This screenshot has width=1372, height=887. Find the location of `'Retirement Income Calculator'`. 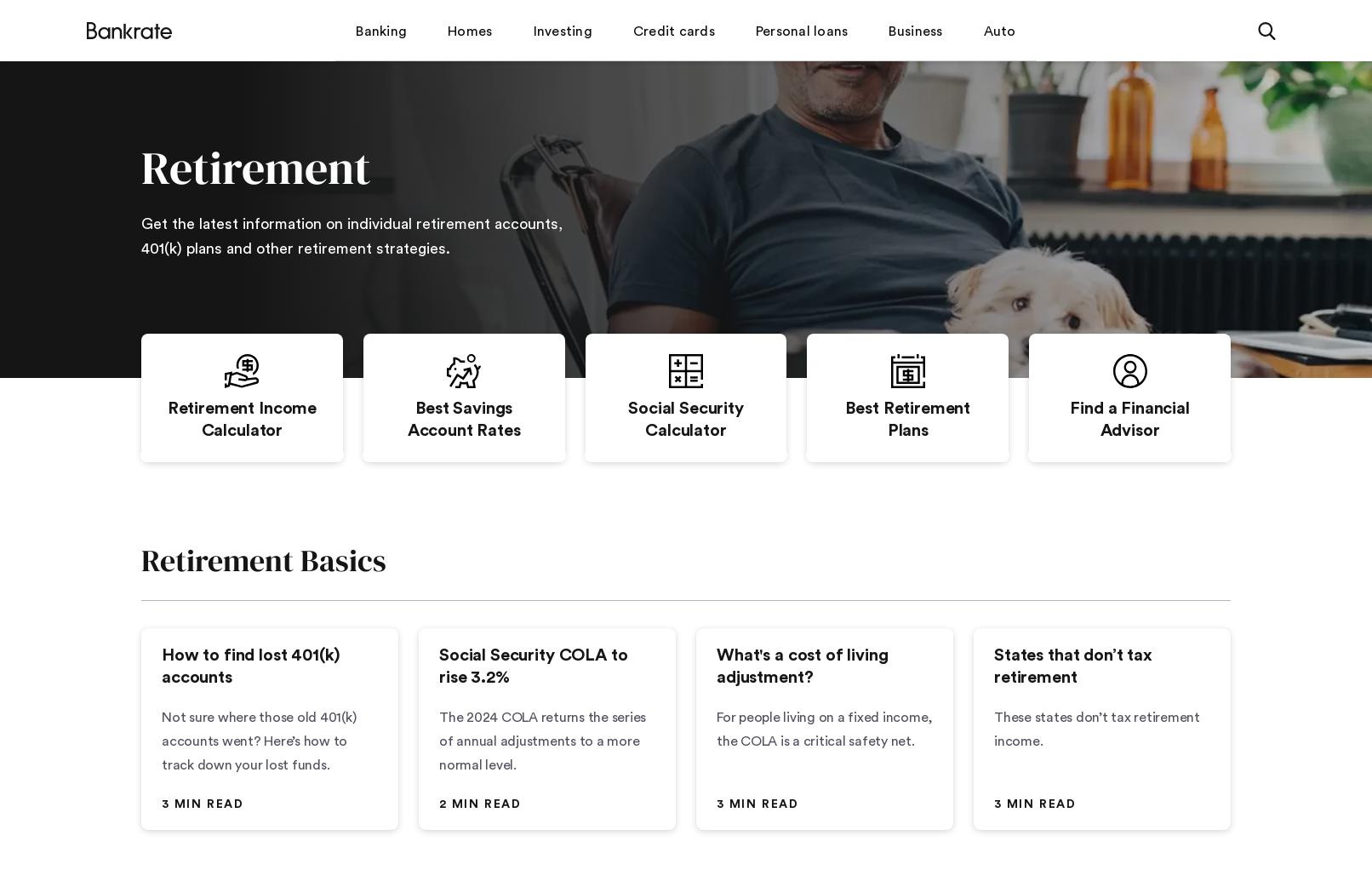

'Retirement Income Calculator' is located at coordinates (242, 419).